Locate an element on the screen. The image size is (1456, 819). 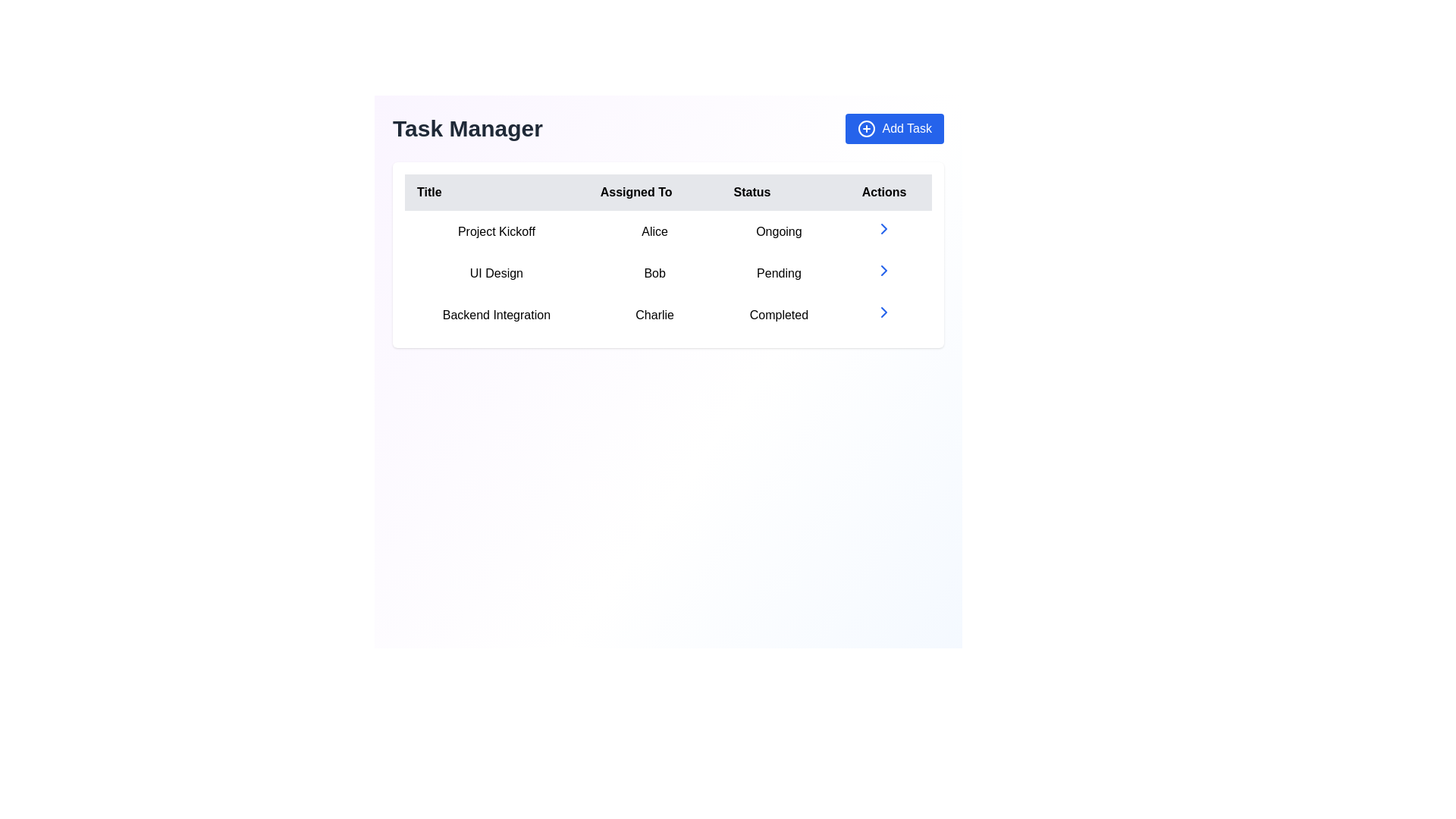
the right-pointing chevron arrow icon in the 'Actions' column of the table in the third row for the 'Backend Integration' task is located at coordinates (884, 312).